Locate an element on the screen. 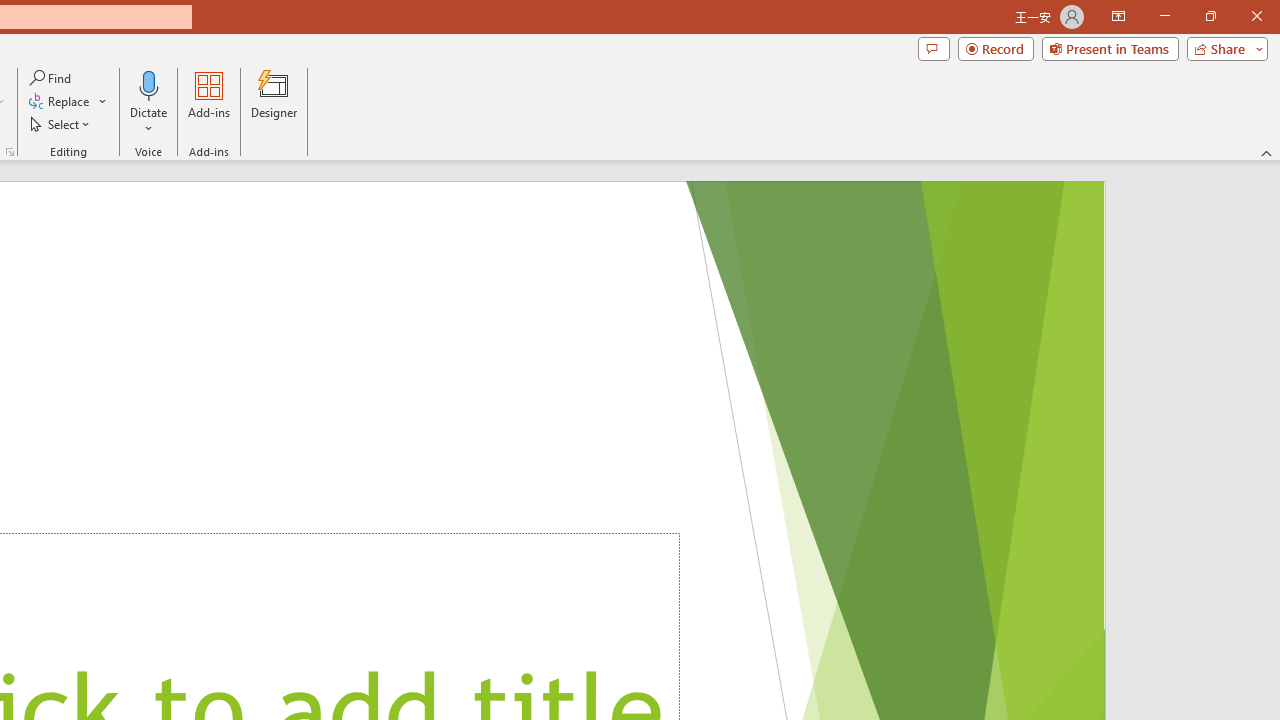 The width and height of the screenshot is (1280, 720). 'Designer' is located at coordinates (273, 103).